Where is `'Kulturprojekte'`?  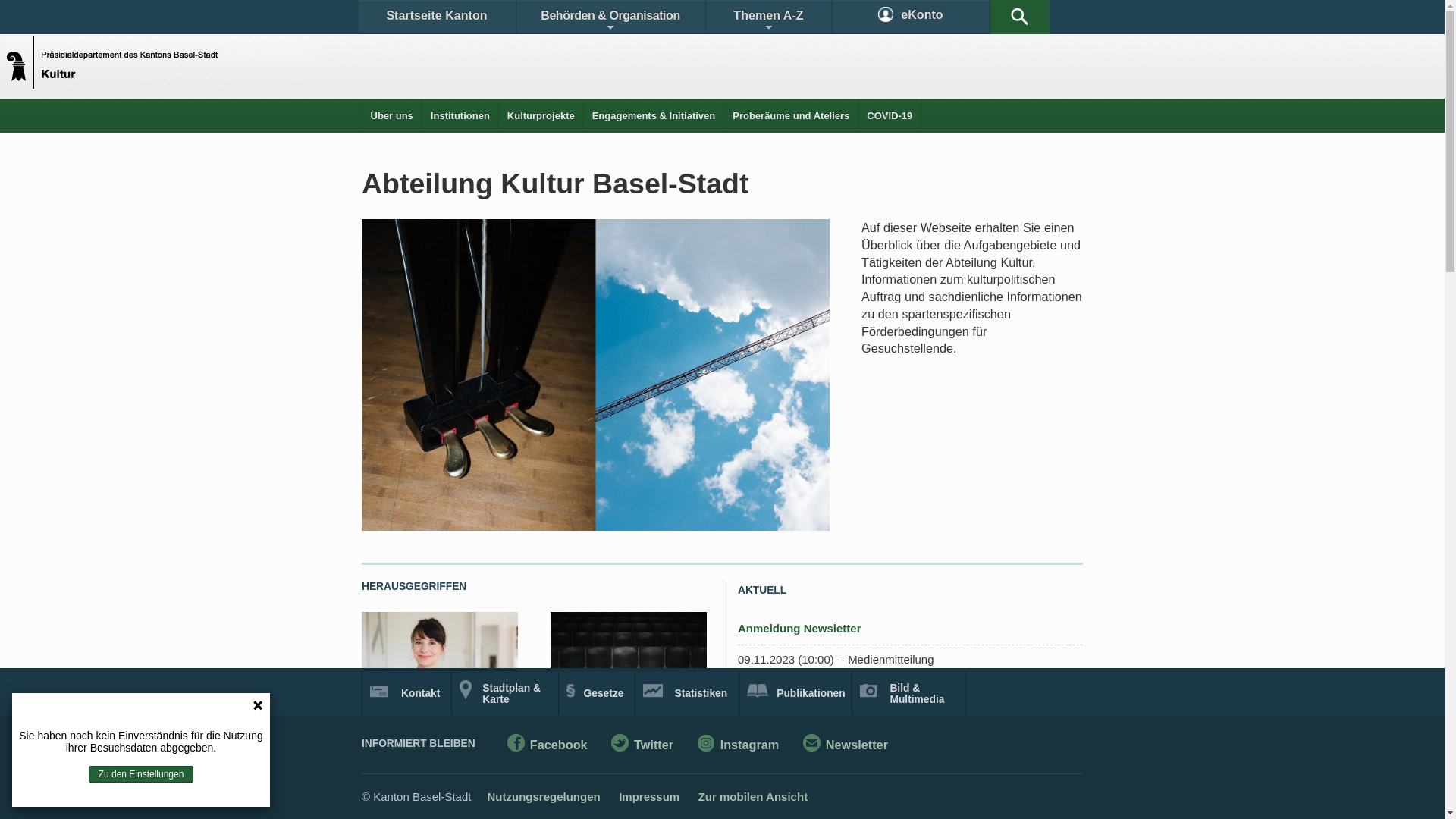
'Kulturprojekte' is located at coordinates (541, 115).